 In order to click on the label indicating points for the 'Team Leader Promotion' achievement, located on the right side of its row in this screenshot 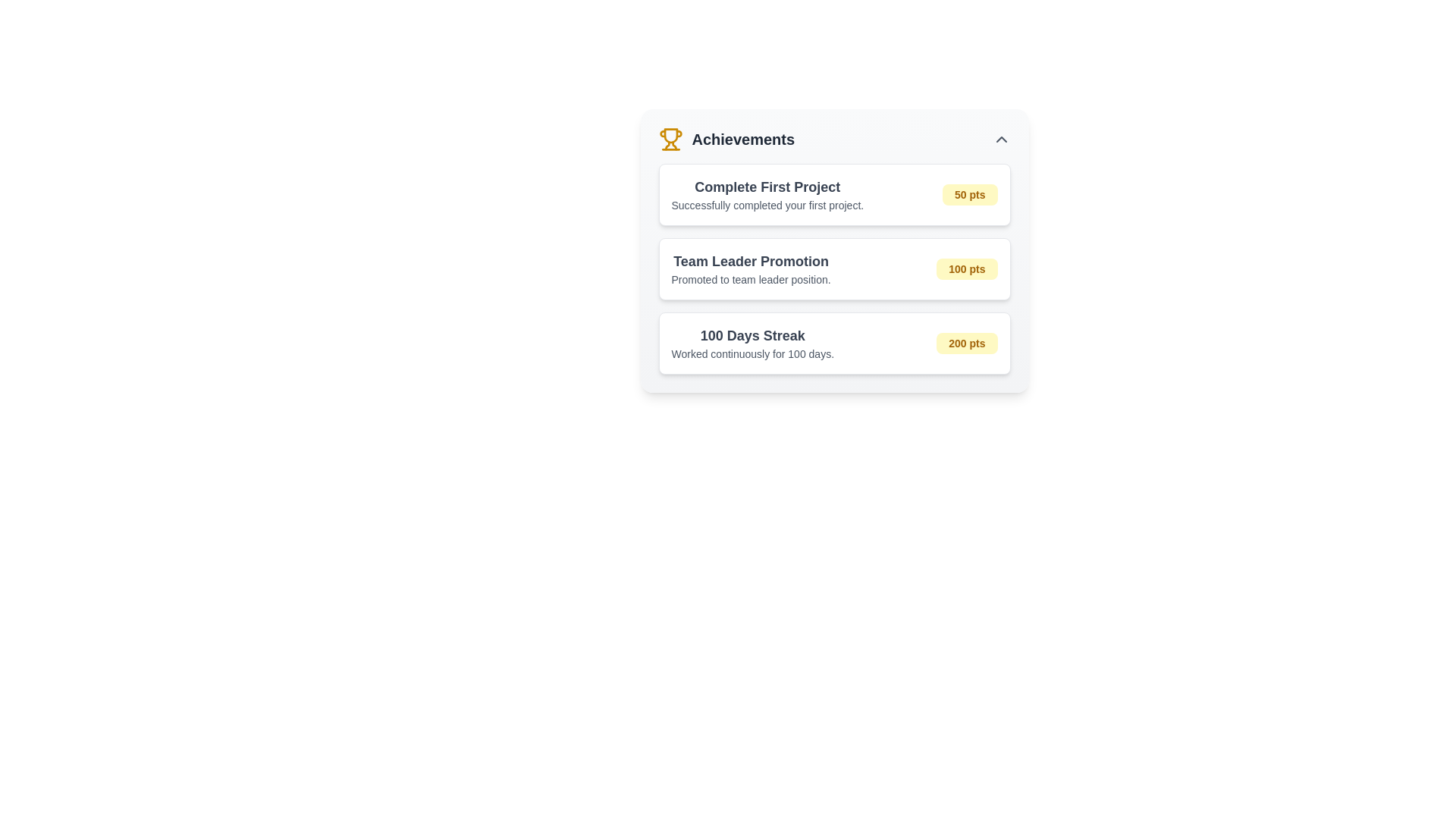, I will do `click(966, 268)`.